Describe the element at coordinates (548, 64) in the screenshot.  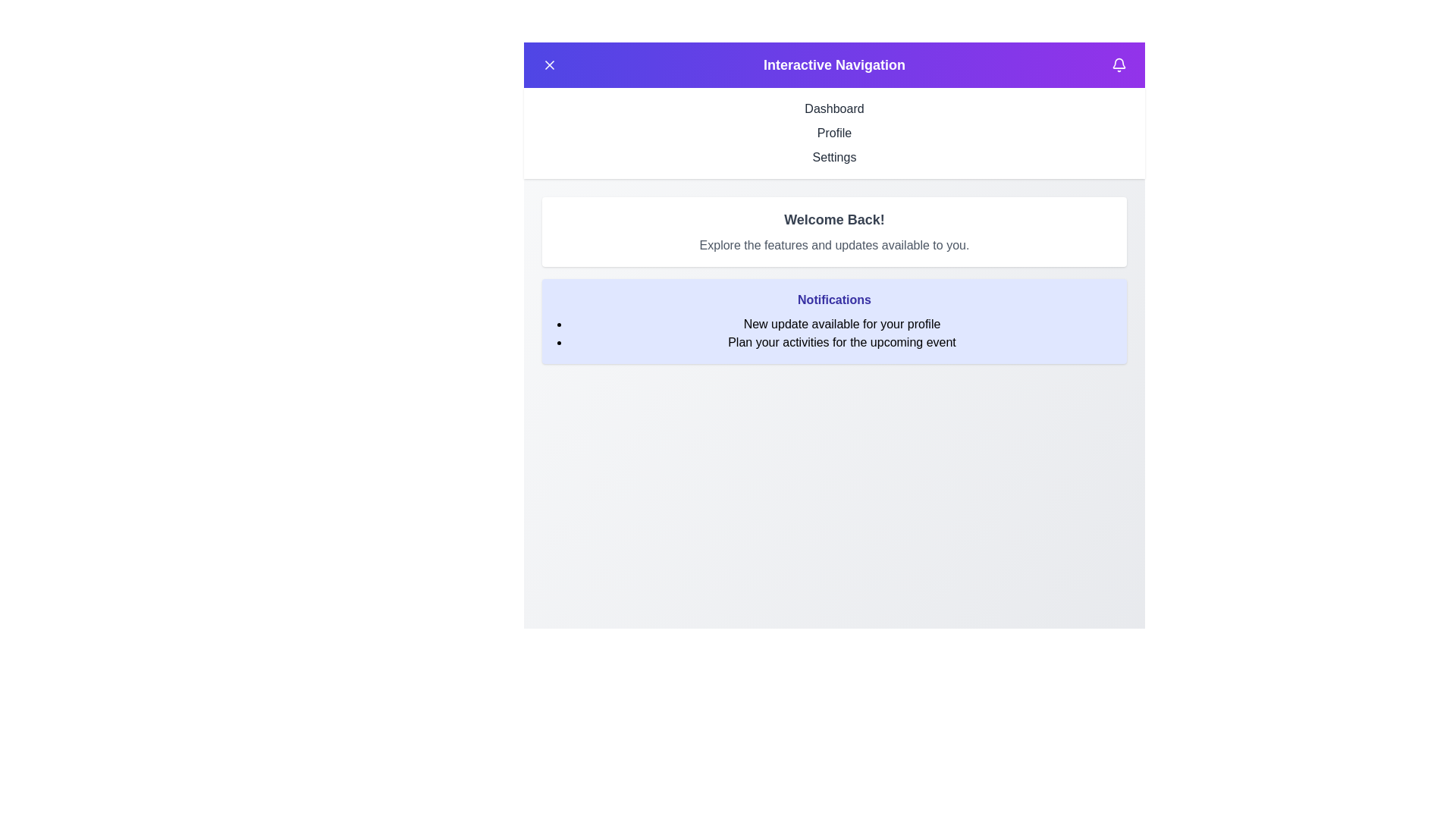
I see `the menu toggle button to toggle the menu visibility` at that location.